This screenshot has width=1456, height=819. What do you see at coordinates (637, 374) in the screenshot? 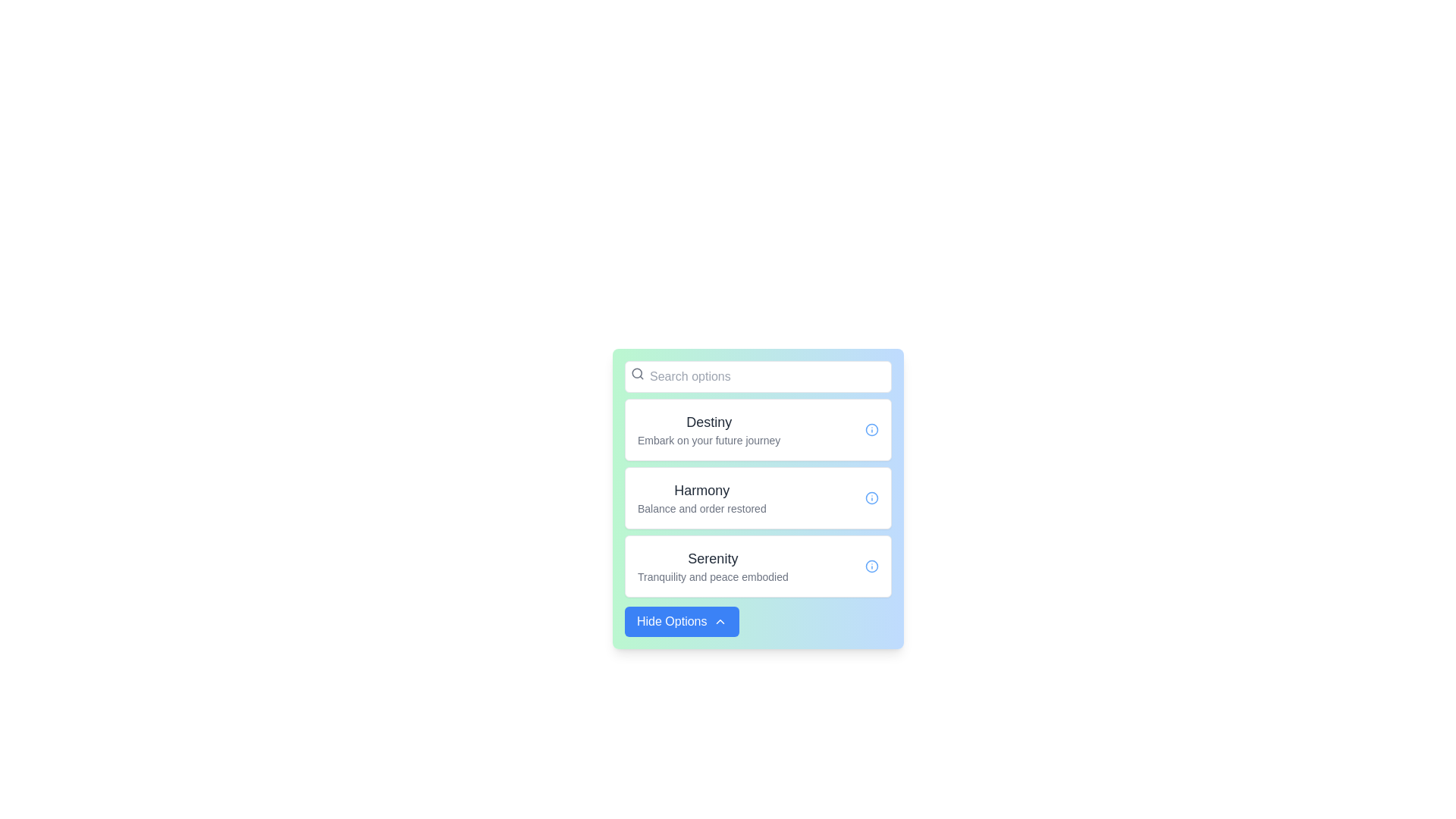
I see `the search icon located at the top-left inside the search box, which indicates the search functionality adjacent to the input field with the placeholder text 'Search options'` at bounding box center [637, 374].